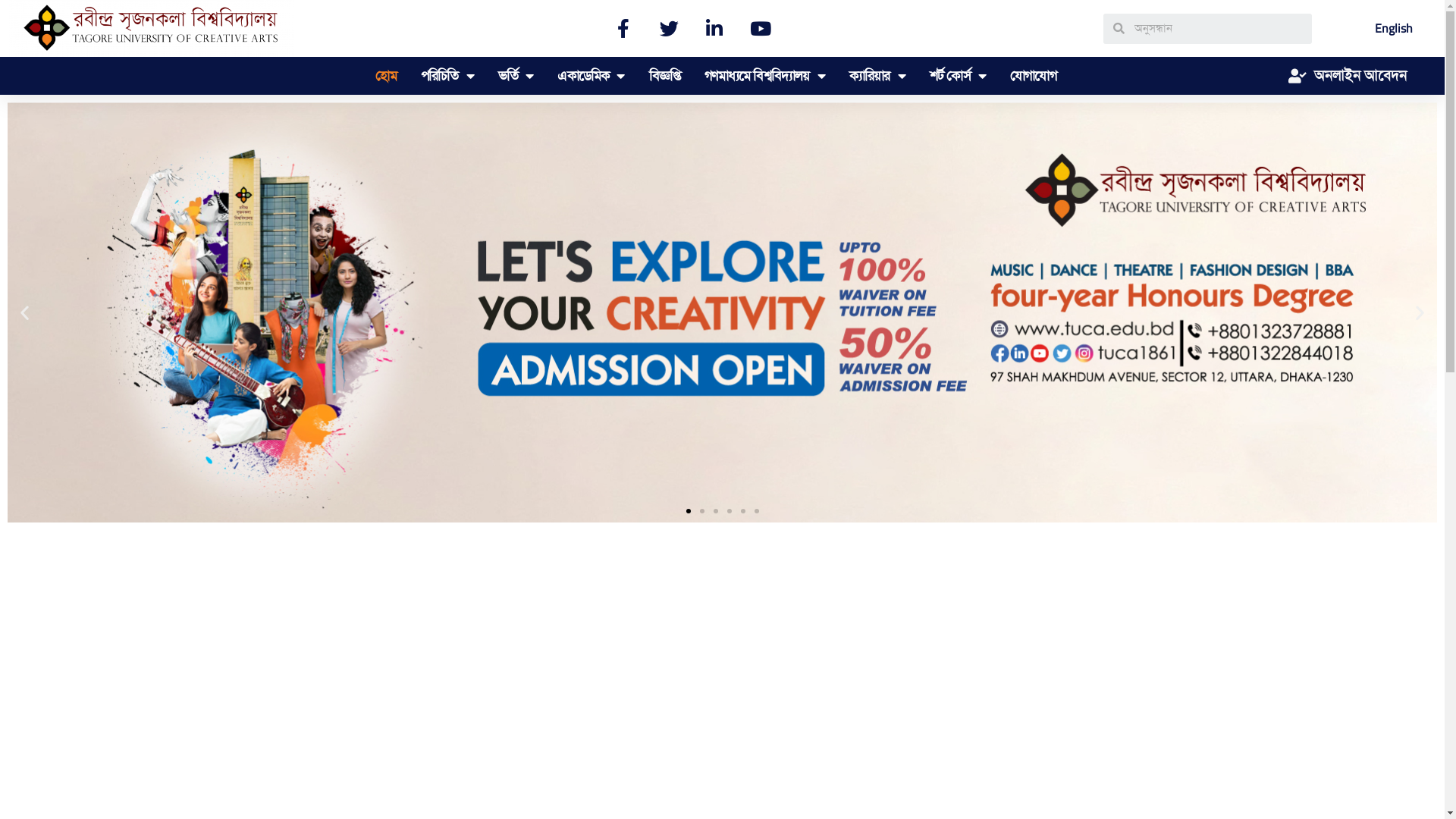 This screenshot has width=1456, height=819. I want to click on 'TUCA', so click(152, 28).